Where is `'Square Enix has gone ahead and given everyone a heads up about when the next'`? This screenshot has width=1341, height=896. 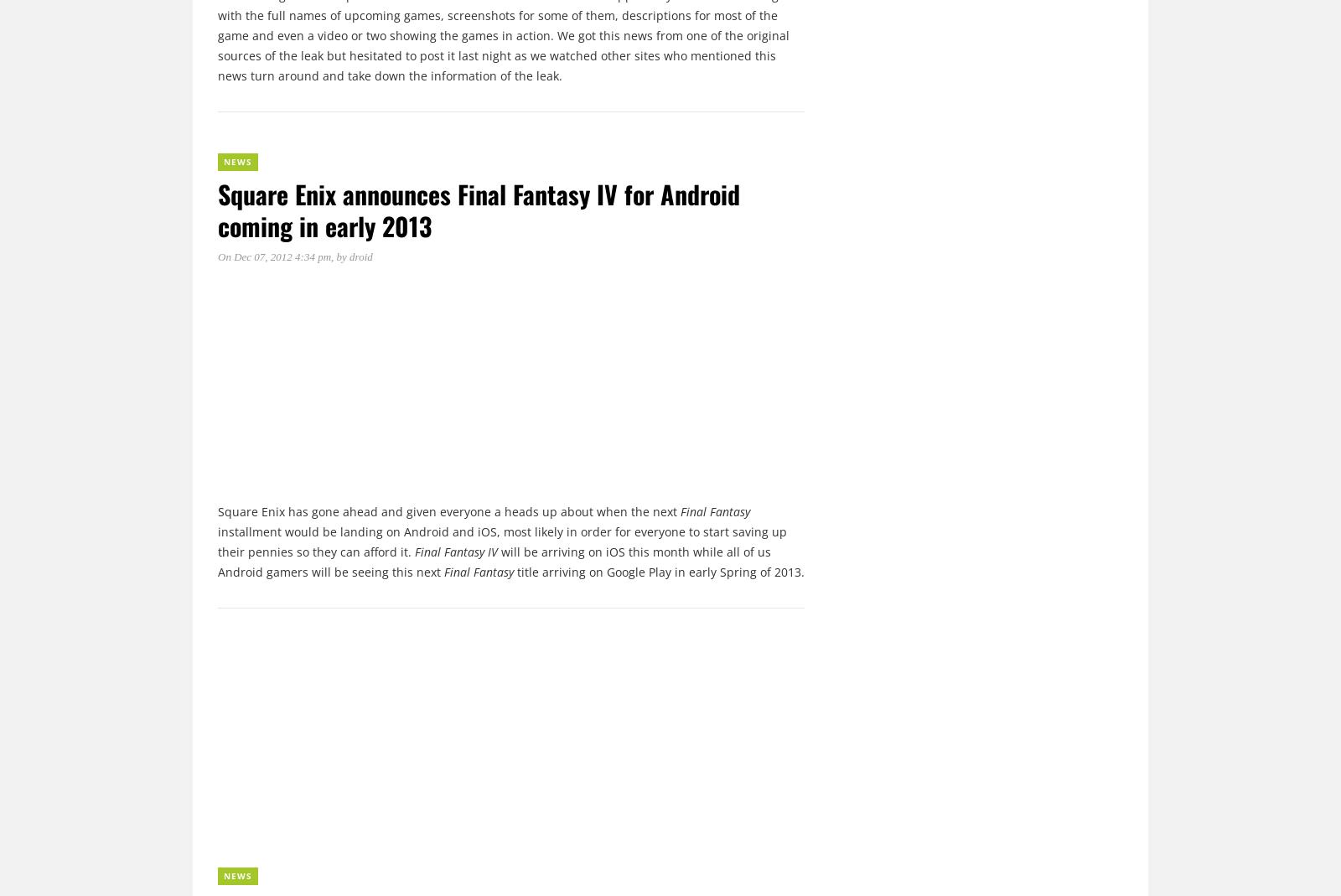 'Square Enix has gone ahead and given everyone a heads up about when the next' is located at coordinates (448, 511).